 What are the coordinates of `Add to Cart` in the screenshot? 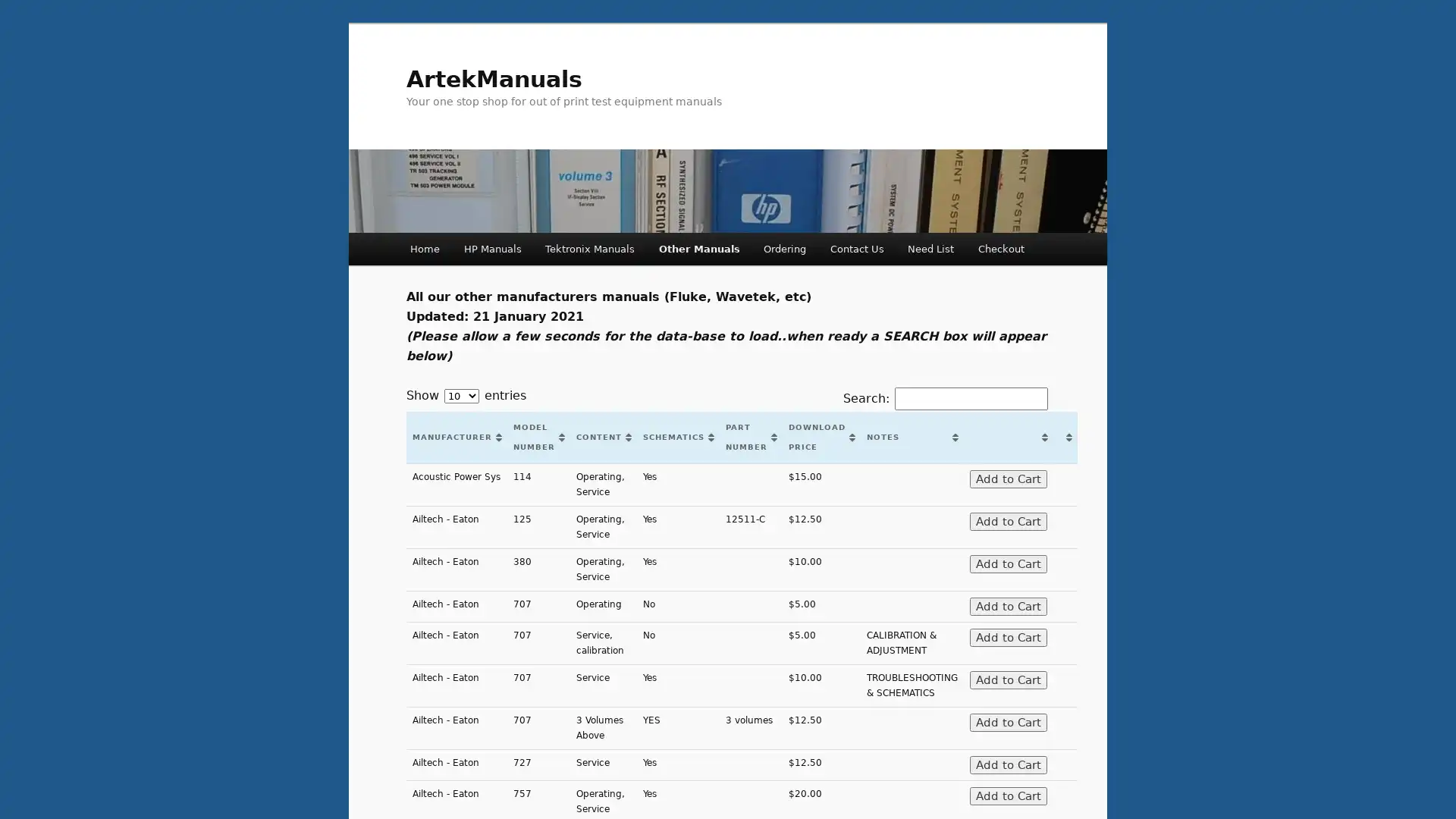 It's located at (1008, 520).